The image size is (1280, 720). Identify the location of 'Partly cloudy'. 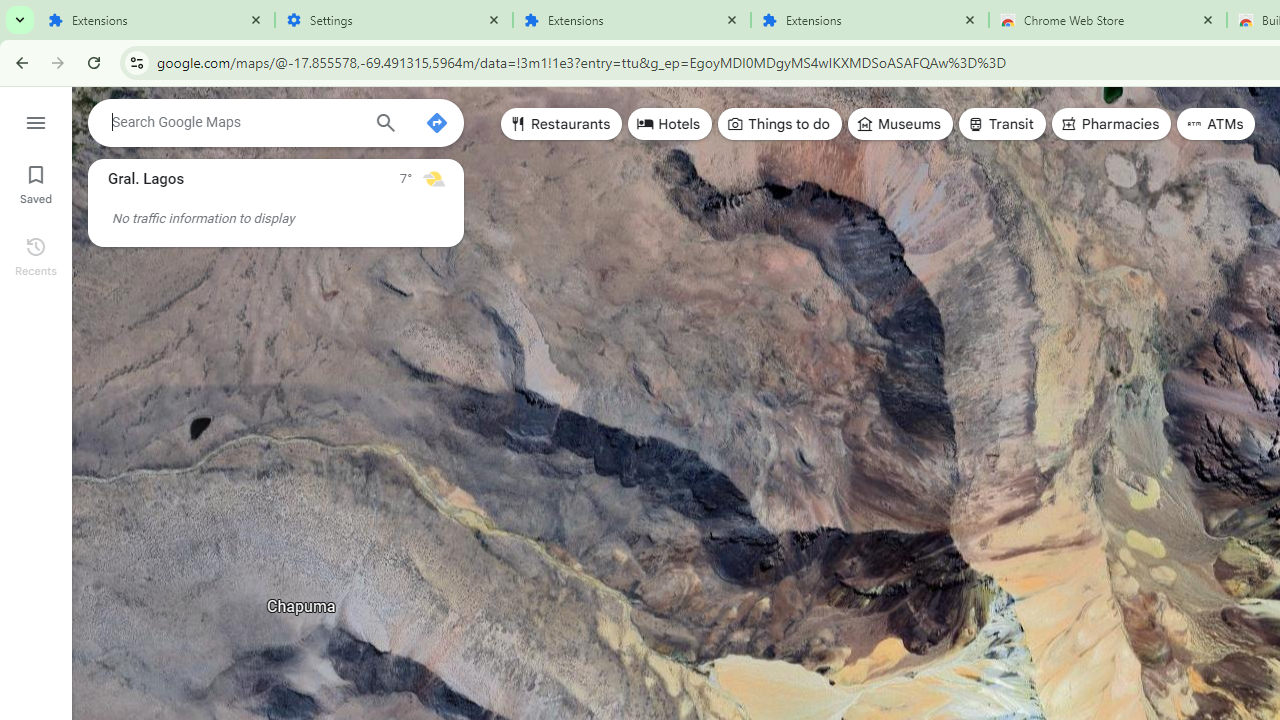
(432, 177).